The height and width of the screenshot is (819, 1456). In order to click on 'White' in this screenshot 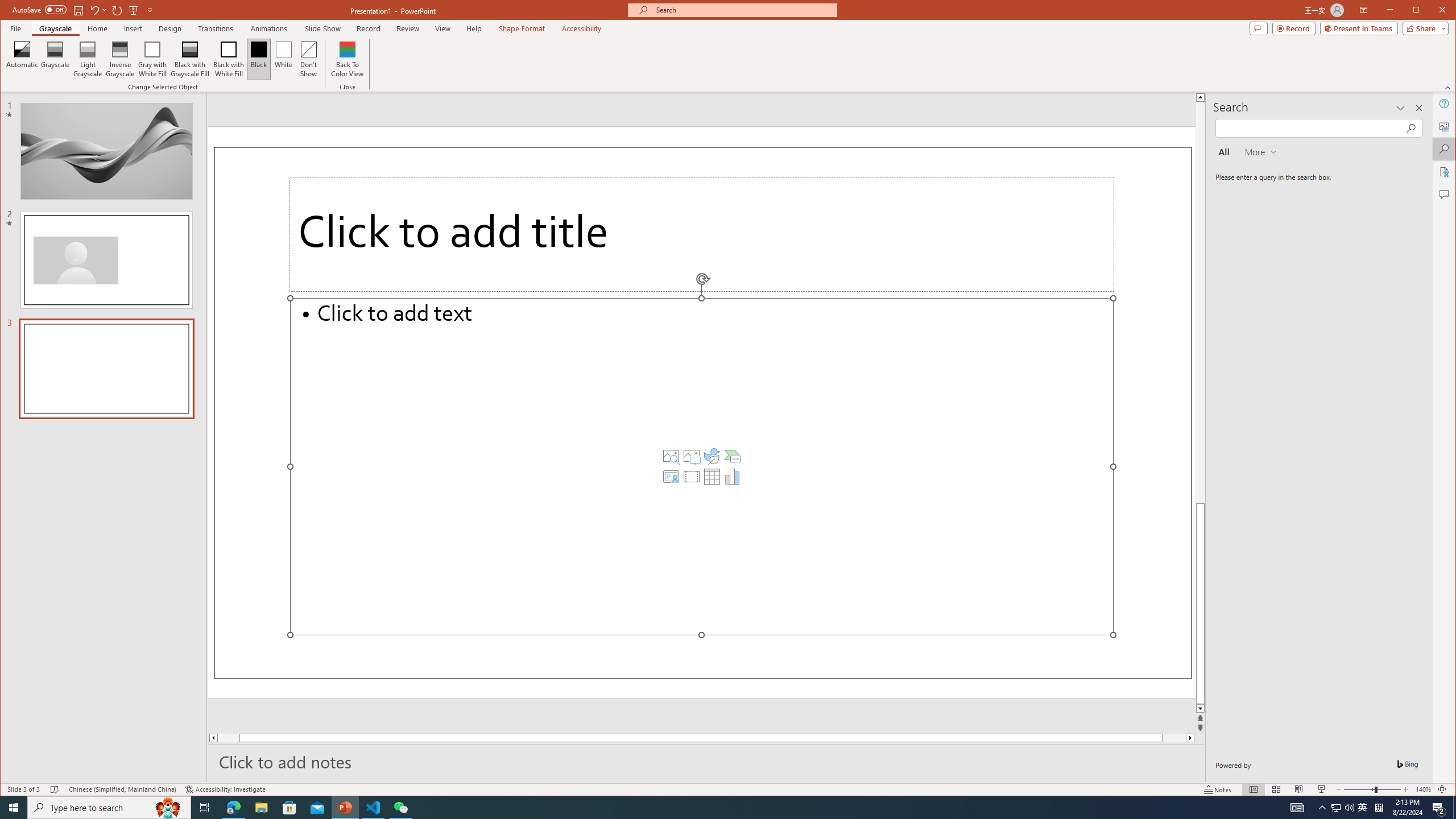, I will do `click(283, 59)`.